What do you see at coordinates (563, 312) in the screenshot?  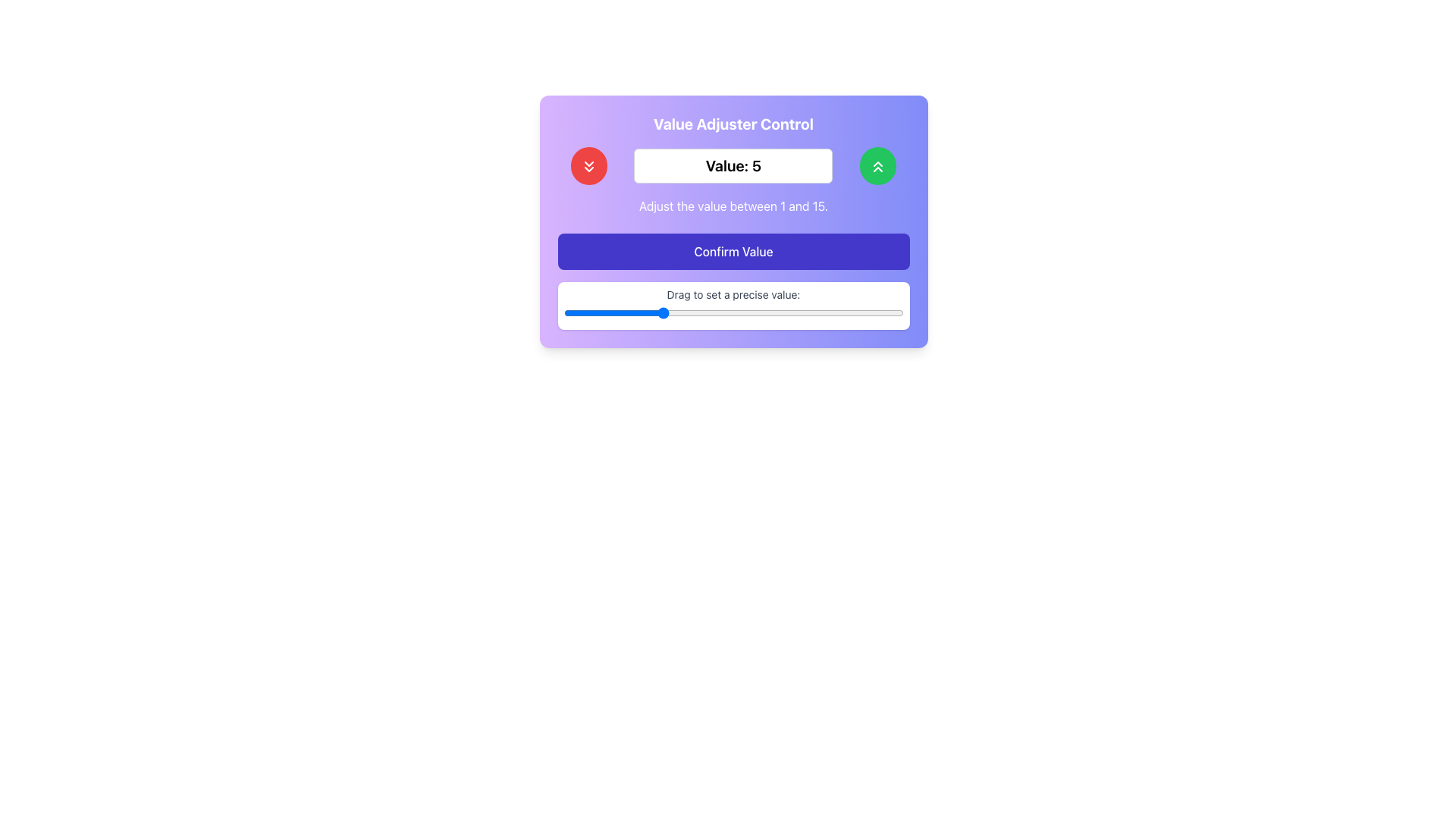 I see `the slider value` at bounding box center [563, 312].